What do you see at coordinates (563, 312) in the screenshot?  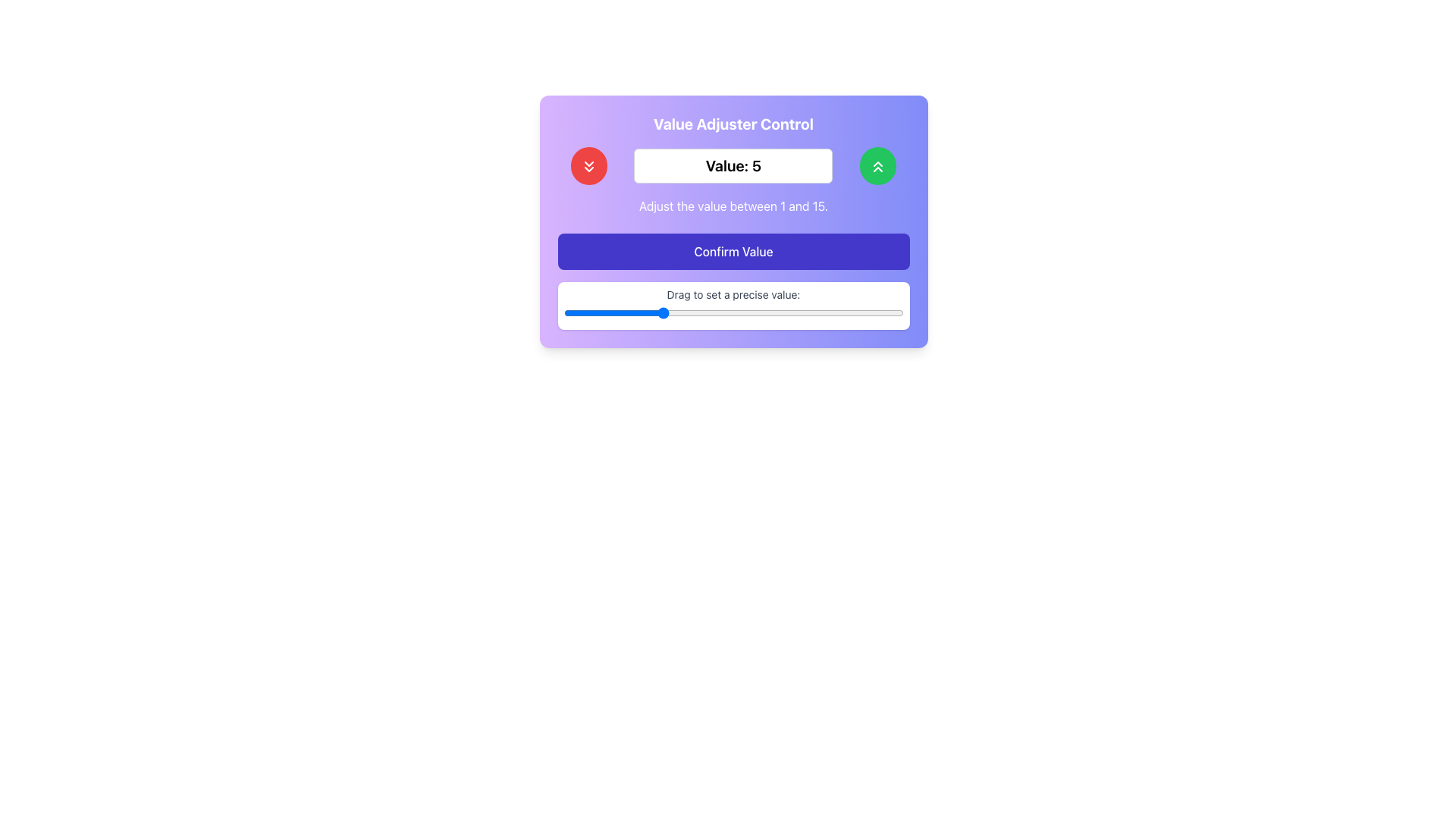 I see `the slider value` at bounding box center [563, 312].